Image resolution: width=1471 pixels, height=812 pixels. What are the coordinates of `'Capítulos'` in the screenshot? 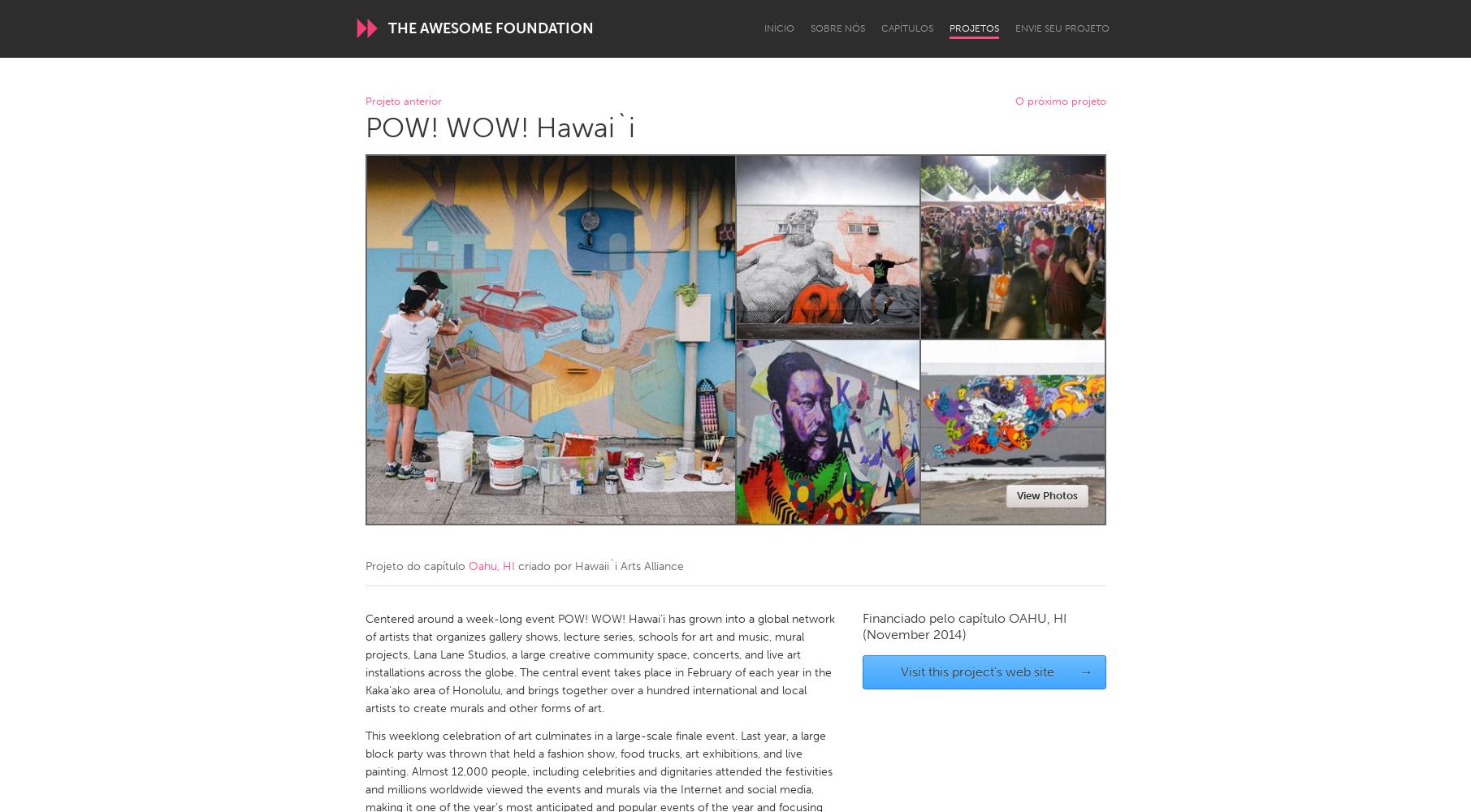 It's located at (905, 28).